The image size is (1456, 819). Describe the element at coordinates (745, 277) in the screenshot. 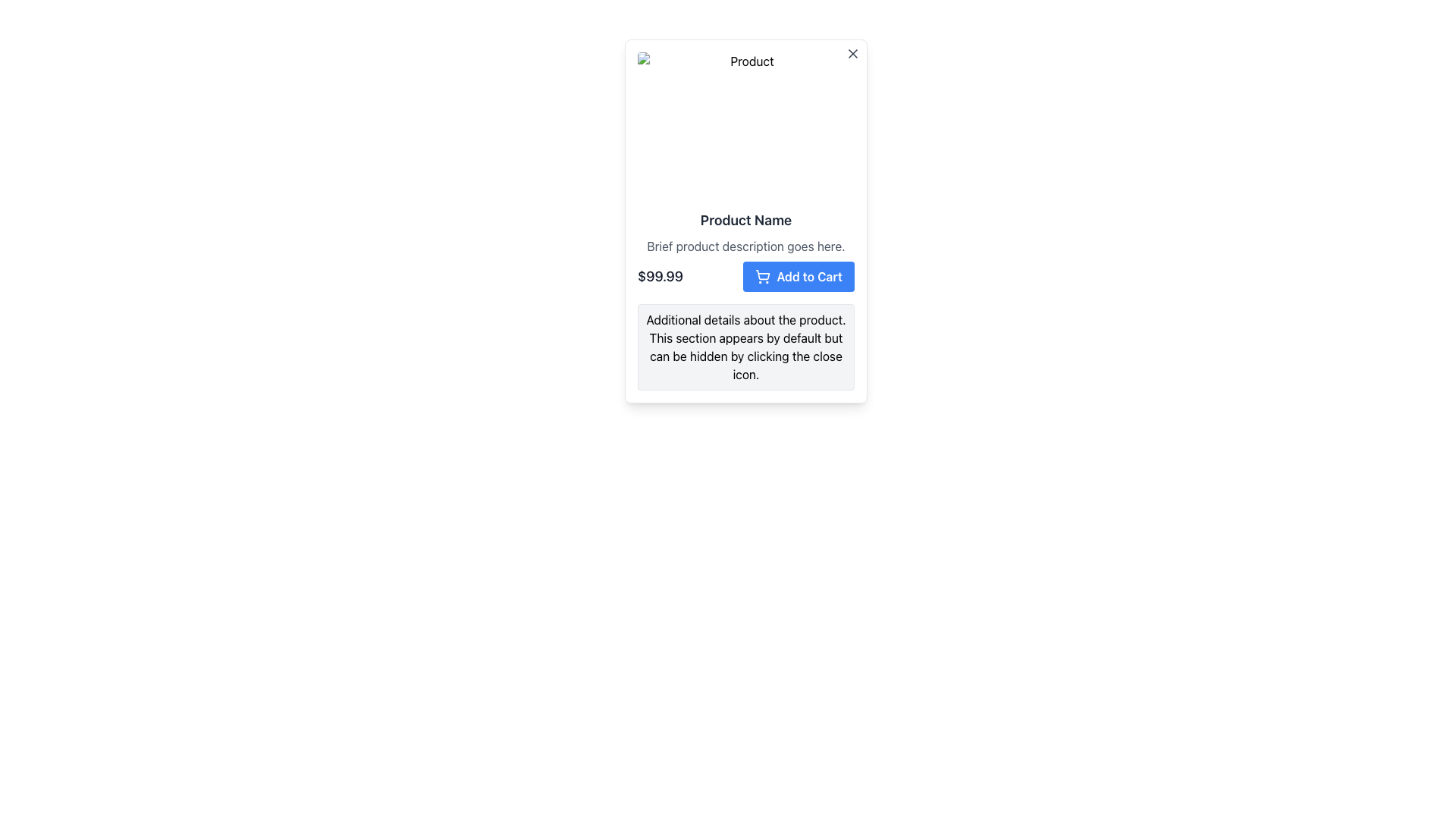

I see `the 'Add to Cart' button with a shopping cart icon, which is styled with white text and rounded corners` at that location.